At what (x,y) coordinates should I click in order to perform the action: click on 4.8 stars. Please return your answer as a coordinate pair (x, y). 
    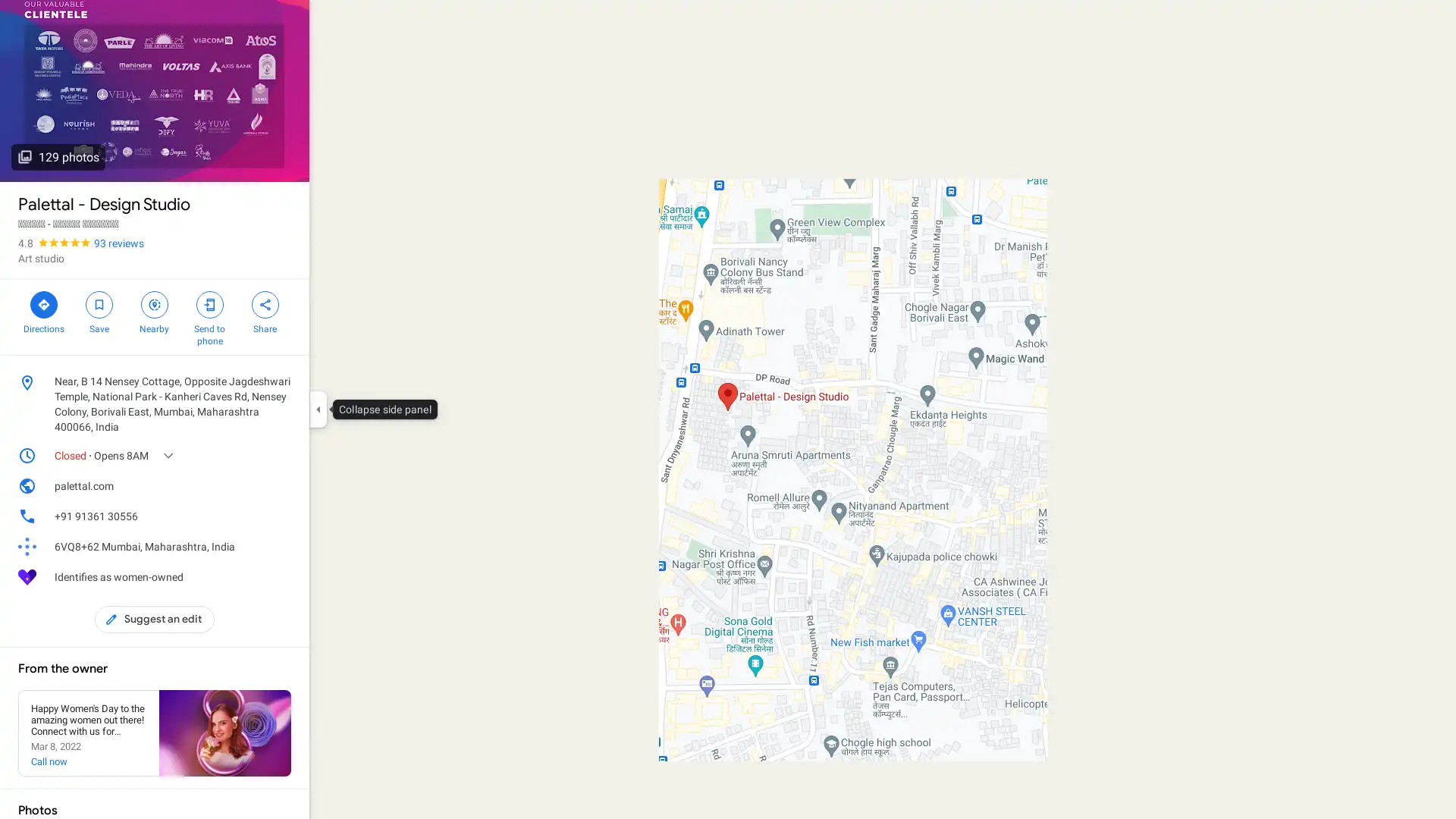
    Looking at the image, I should click on (55, 242).